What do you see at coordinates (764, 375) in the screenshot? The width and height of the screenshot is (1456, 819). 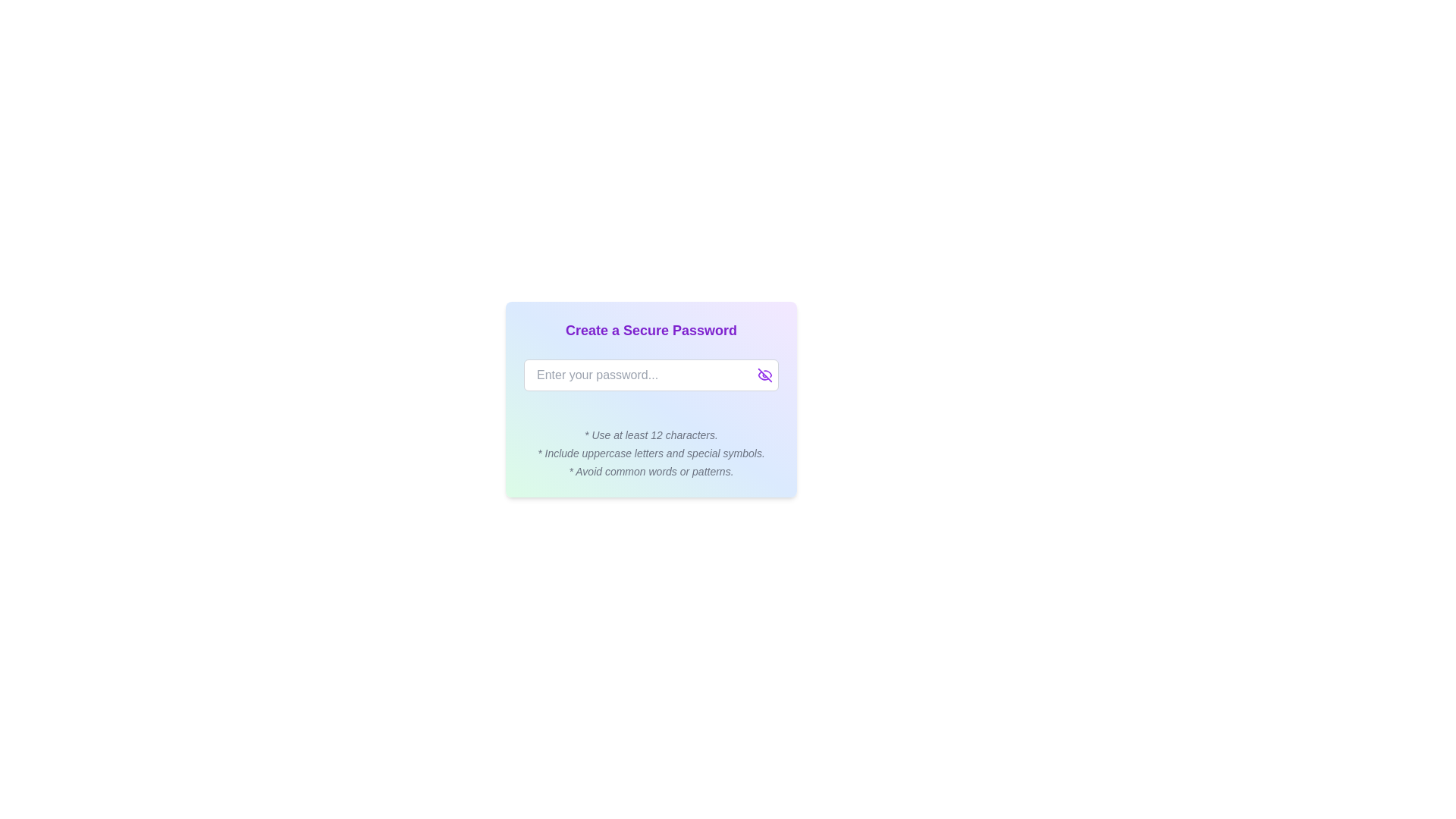 I see `the visibility toggle button for the password input field located on the right side of the password text input box` at bounding box center [764, 375].